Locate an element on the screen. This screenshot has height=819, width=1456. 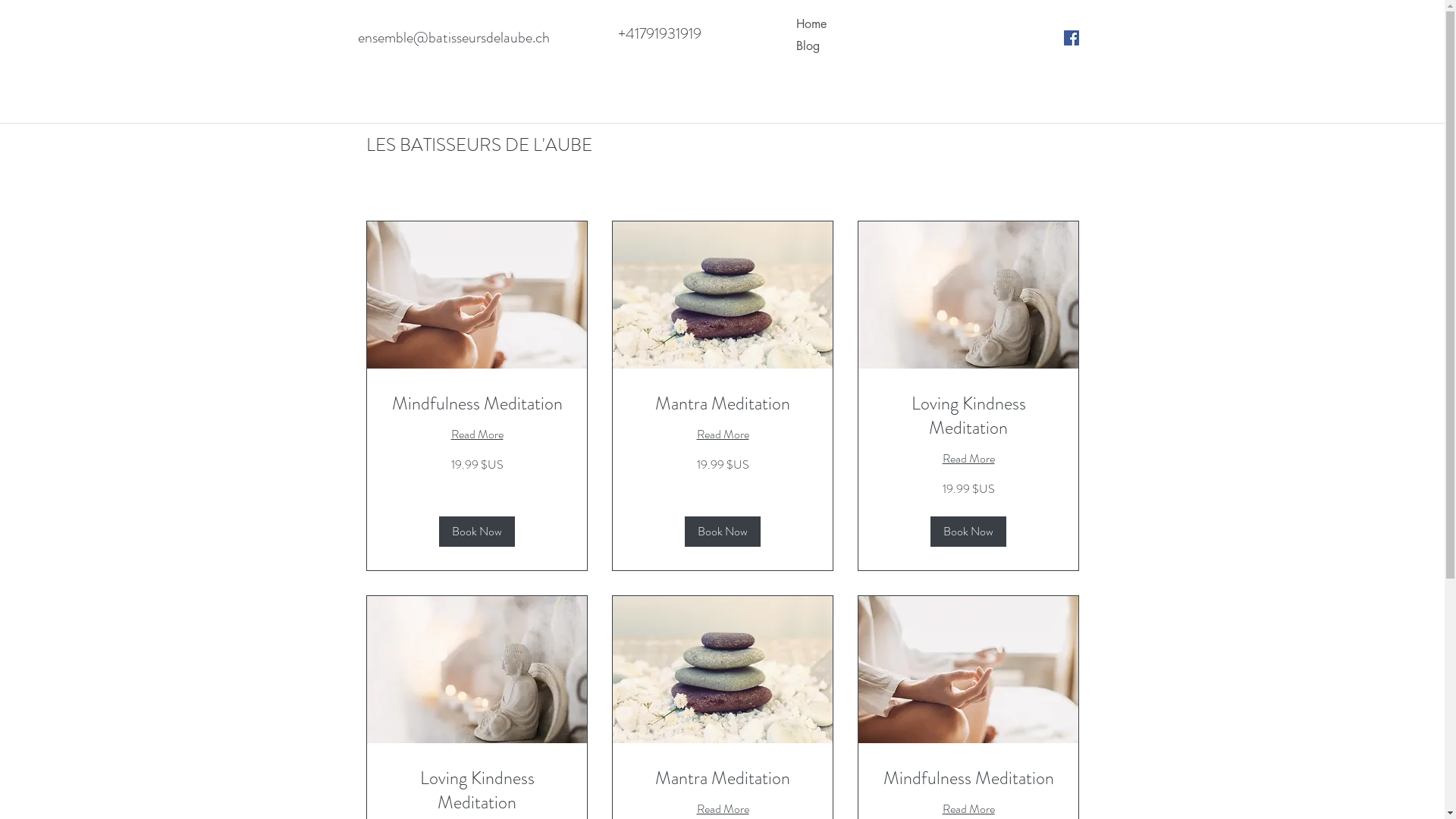
'Mindfulness Meditation' is located at coordinates (880, 778).